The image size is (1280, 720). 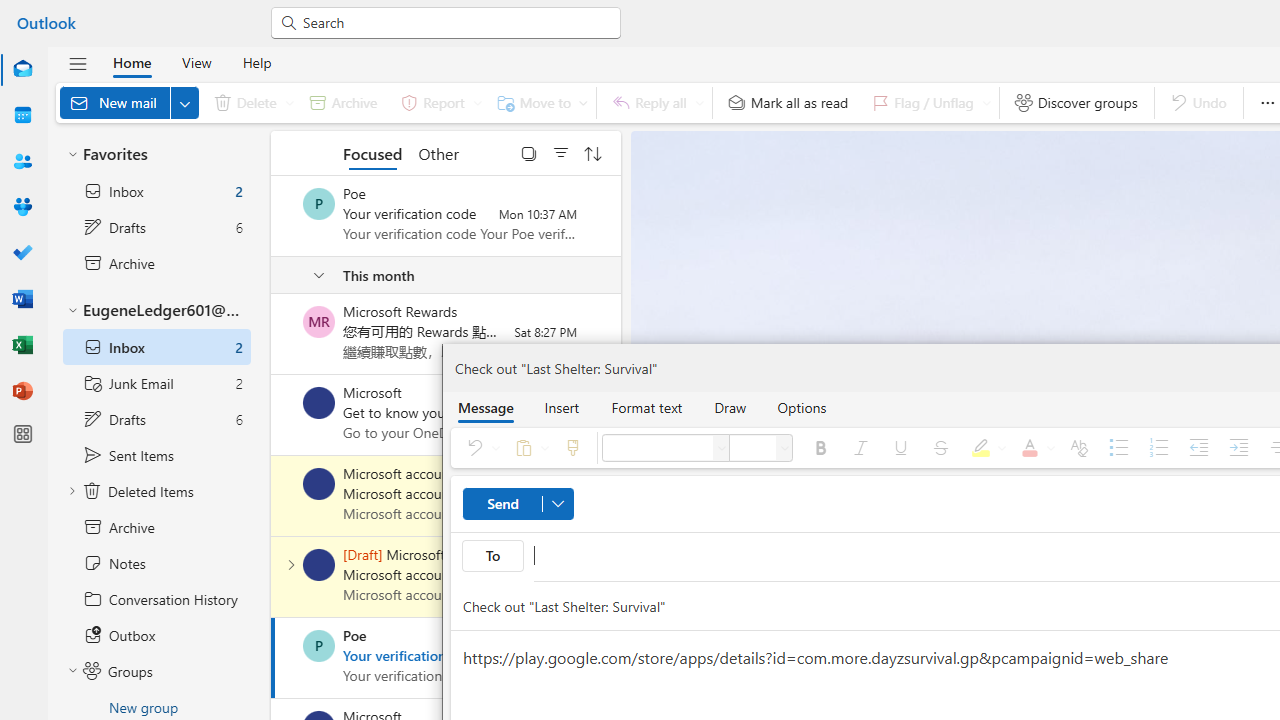 I want to click on 'Sorted: By Date', so click(x=592, y=152).